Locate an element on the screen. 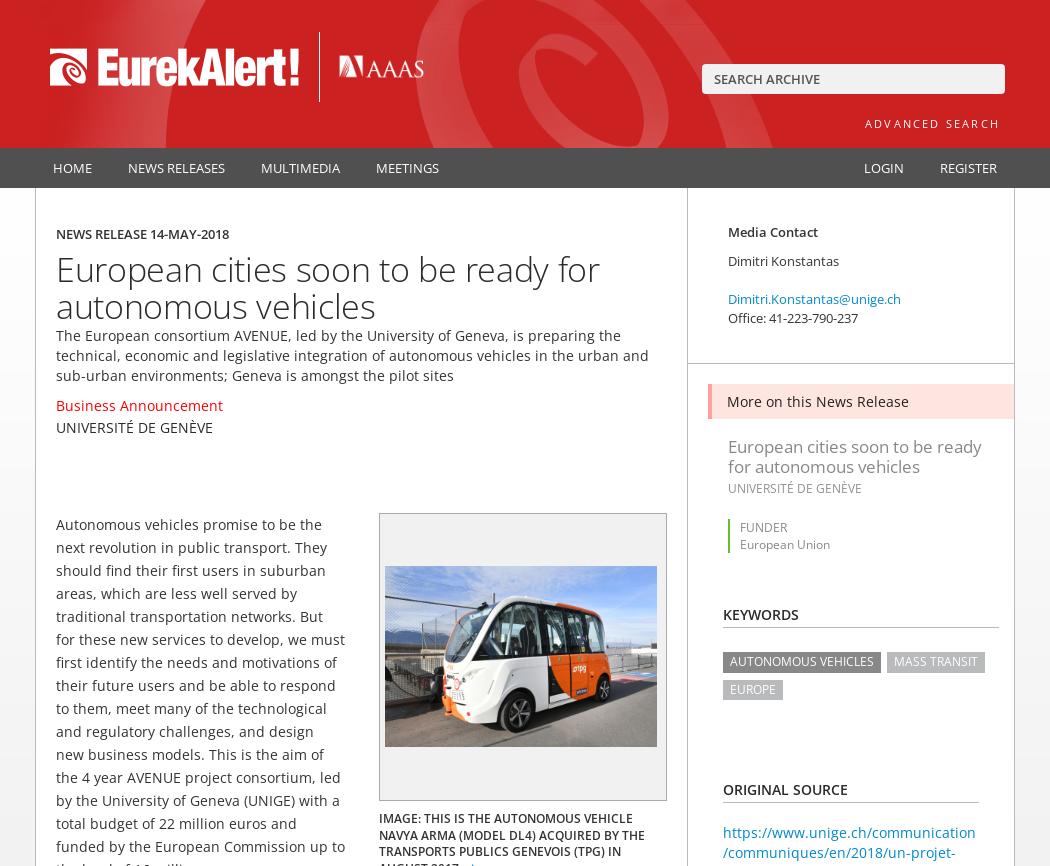 This screenshot has height=866, width=1050. 'Advanced Search' is located at coordinates (932, 123).